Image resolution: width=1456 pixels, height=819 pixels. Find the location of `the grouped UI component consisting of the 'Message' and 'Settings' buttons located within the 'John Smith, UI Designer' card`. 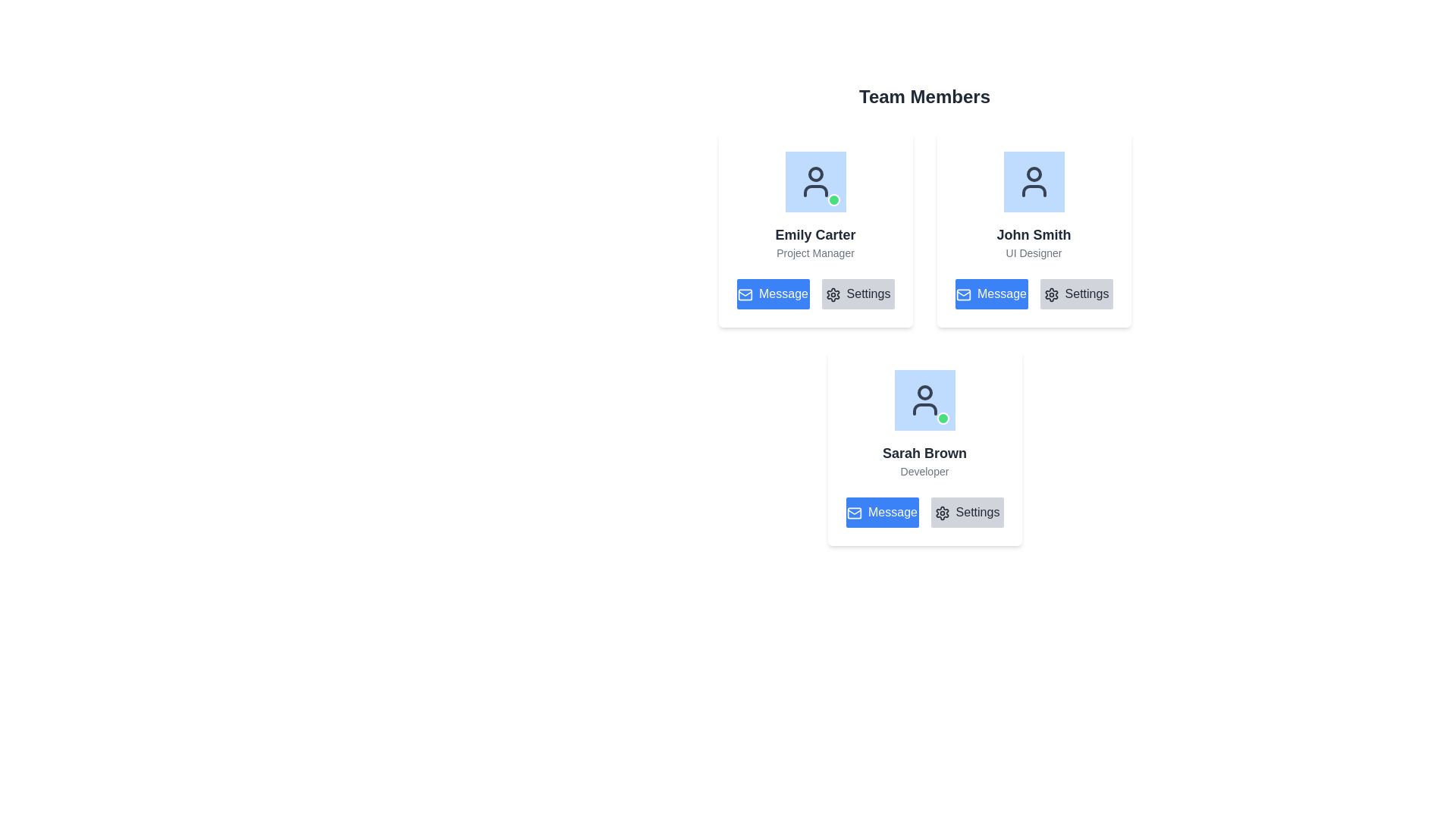

the grouped UI component consisting of the 'Message' and 'Settings' buttons located within the 'John Smith, UI Designer' card is located at coordinates (1033, 294).